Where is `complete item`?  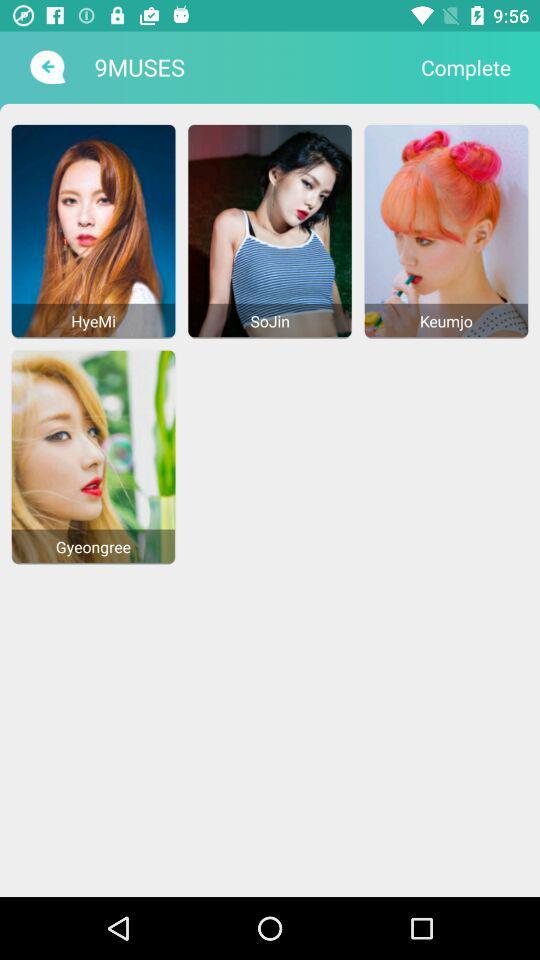
complete item is located at coordinates (466, 67).